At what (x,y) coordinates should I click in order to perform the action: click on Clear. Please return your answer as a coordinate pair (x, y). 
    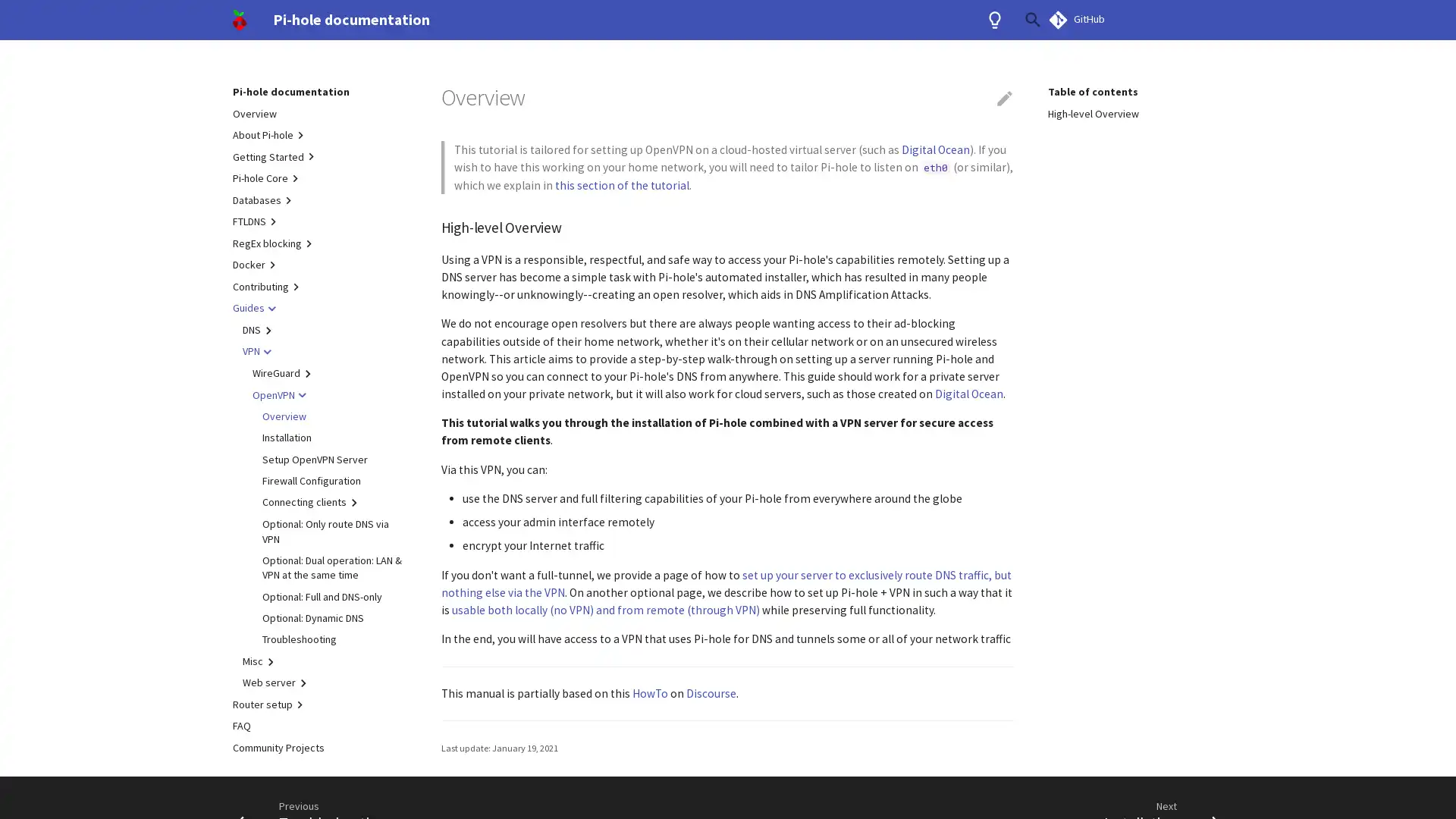
    Looking at the image, I should click on (996, 20).